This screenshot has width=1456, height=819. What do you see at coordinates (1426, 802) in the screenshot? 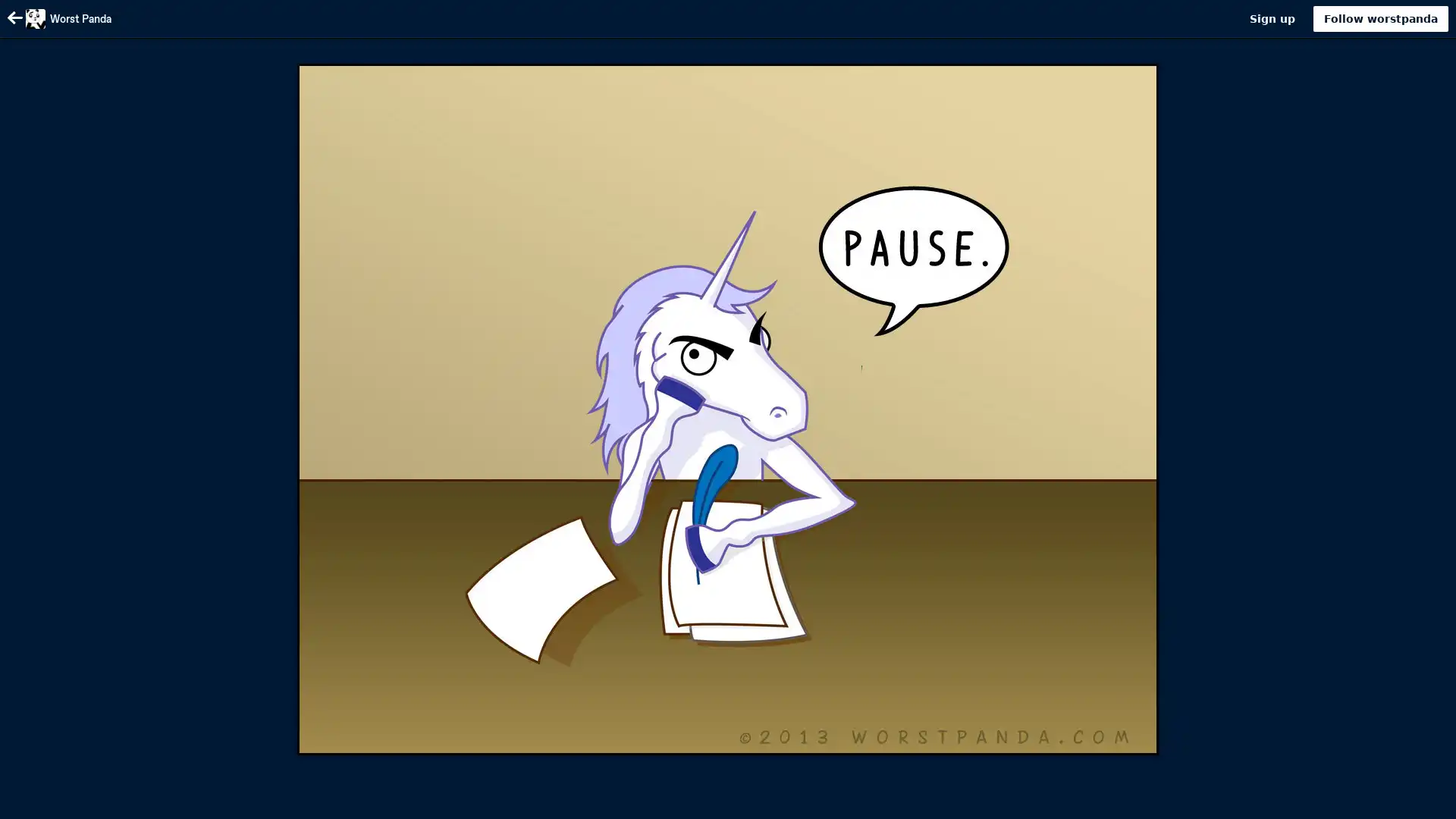
I see `Scroll to top` at bounding box center [1426, 802].